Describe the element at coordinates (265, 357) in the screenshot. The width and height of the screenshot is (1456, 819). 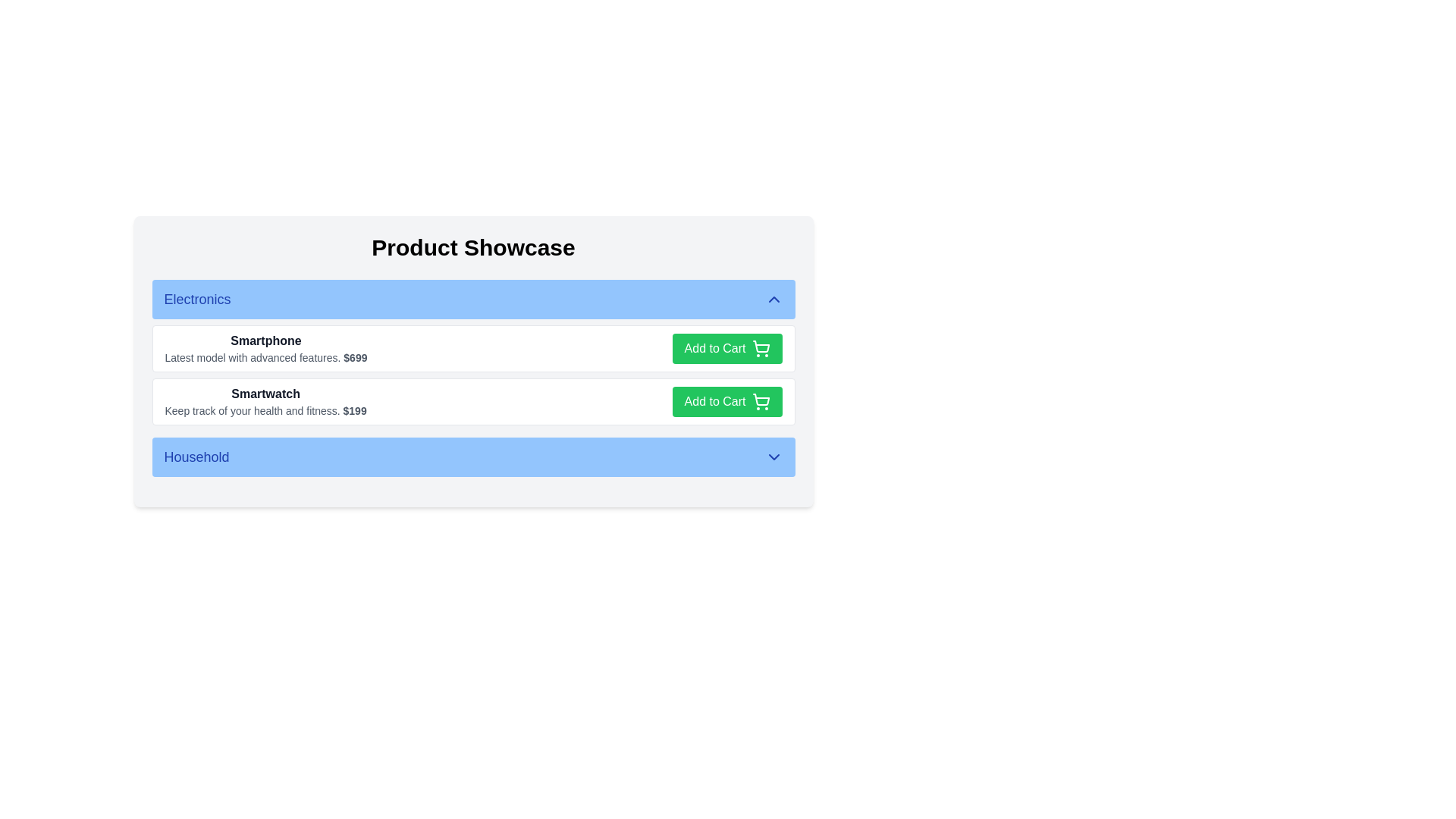
I see `the descriptive text label for the 'Smartphone' item located under the 'Smartphone' heading in the 'Electronics' section` at that location.